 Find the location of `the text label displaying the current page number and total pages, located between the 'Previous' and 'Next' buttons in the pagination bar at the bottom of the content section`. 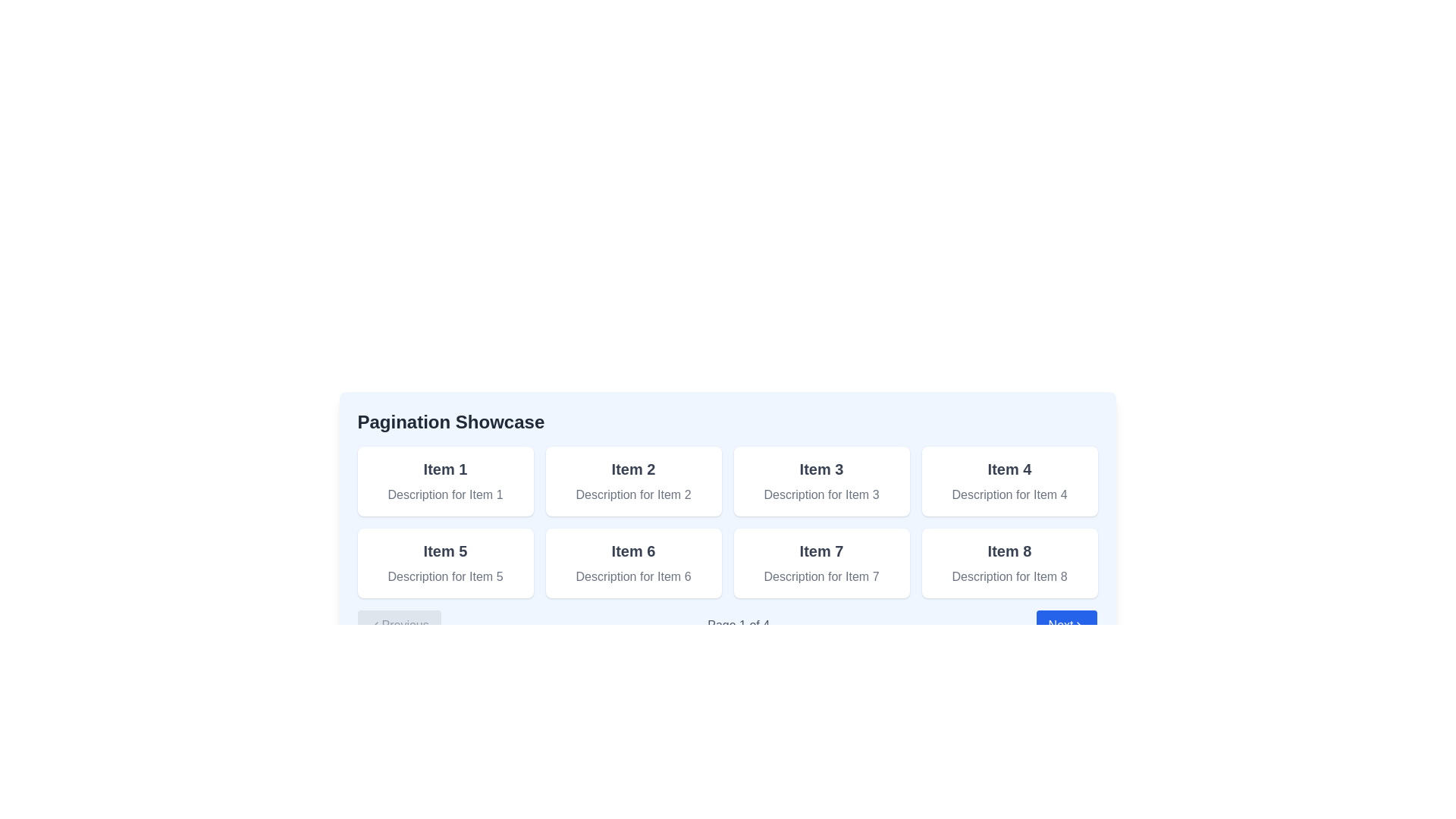

the text label displaying the current page number and total pages, located between the 'Previous' and 'Next' buttons in the pagination bar at the bottom of the content section is located at coordinates (739, 626).